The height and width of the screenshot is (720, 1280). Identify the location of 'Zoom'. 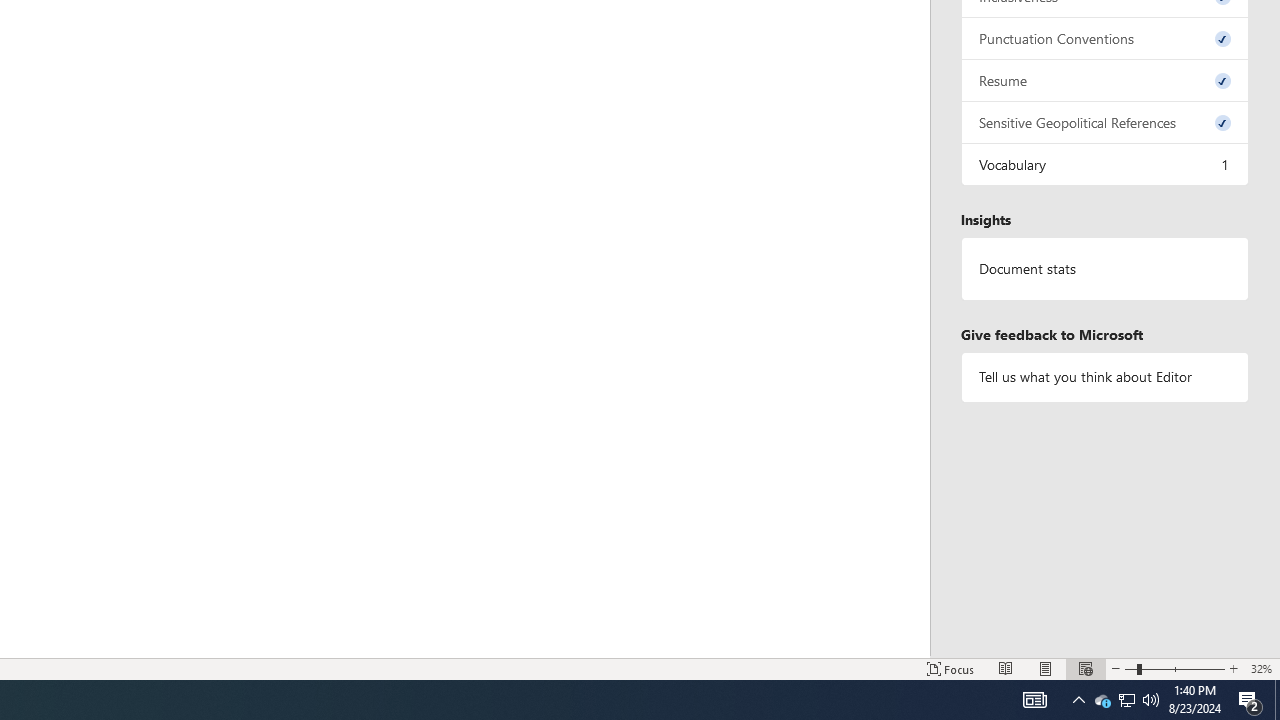
(1175, 669).